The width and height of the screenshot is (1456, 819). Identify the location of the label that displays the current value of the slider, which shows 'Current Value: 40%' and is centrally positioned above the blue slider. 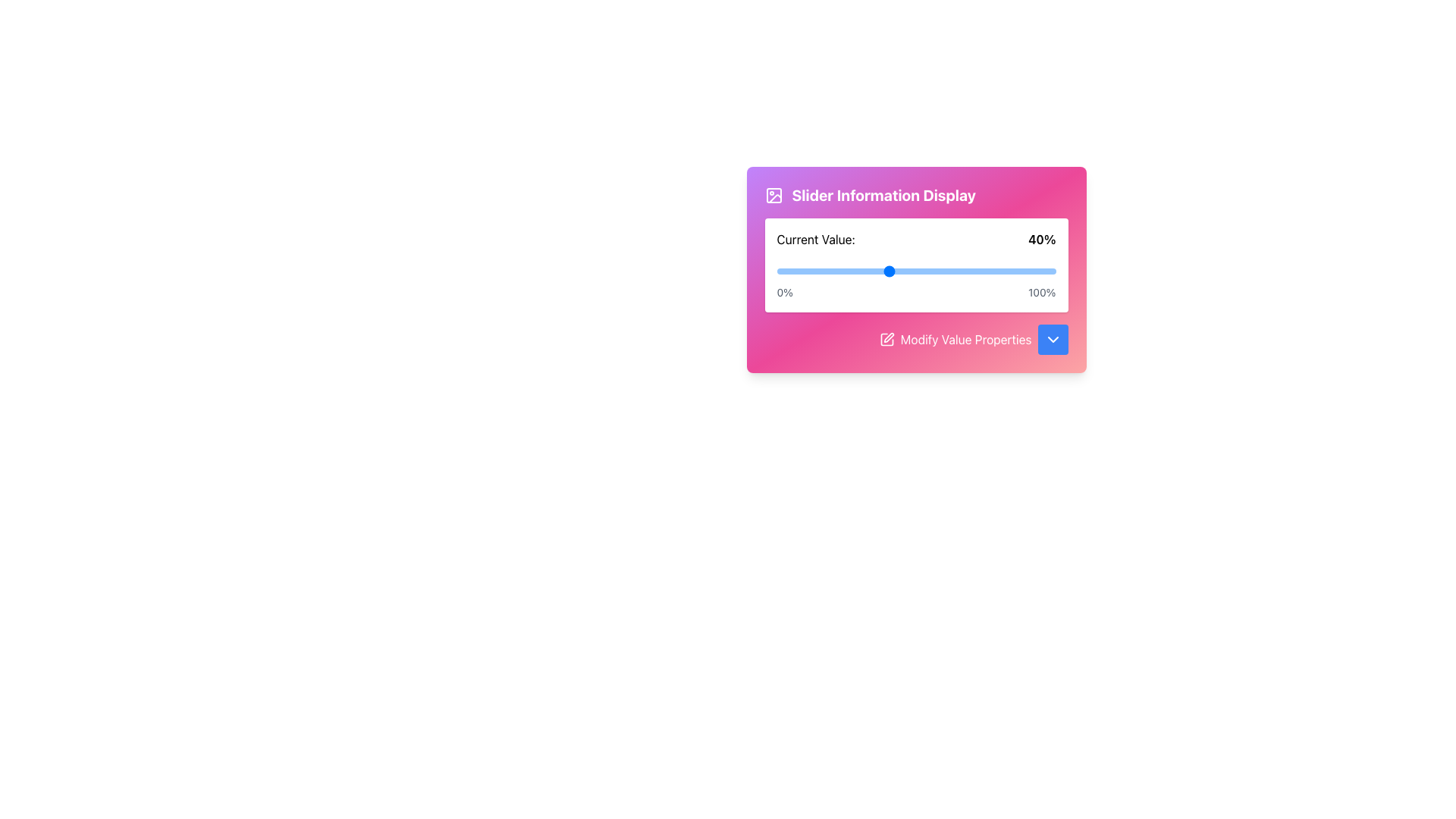
(915, 245).